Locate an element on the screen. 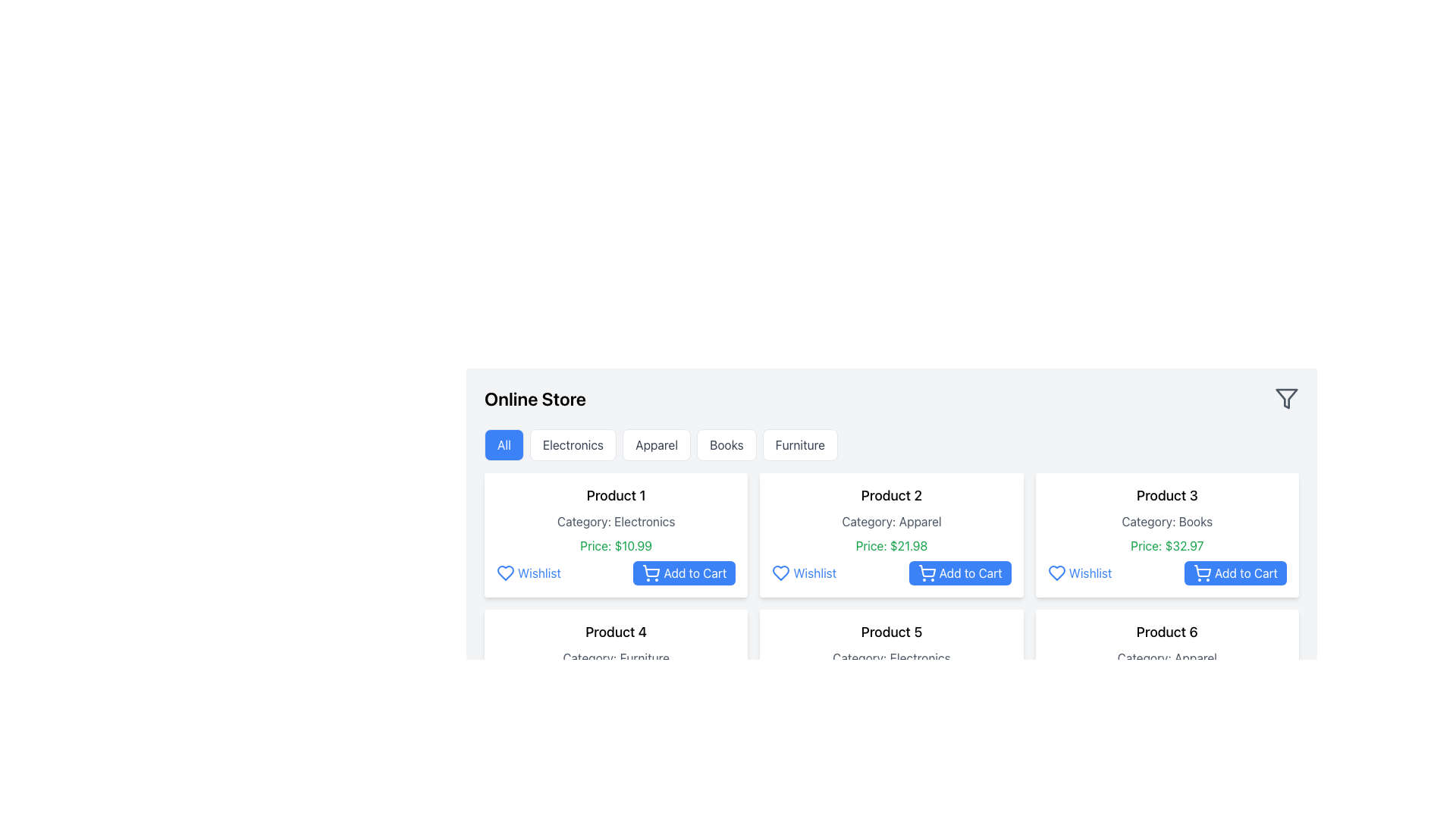  the filter icon located at the top-right corner of the interface is located at coordinates (1286, 397).